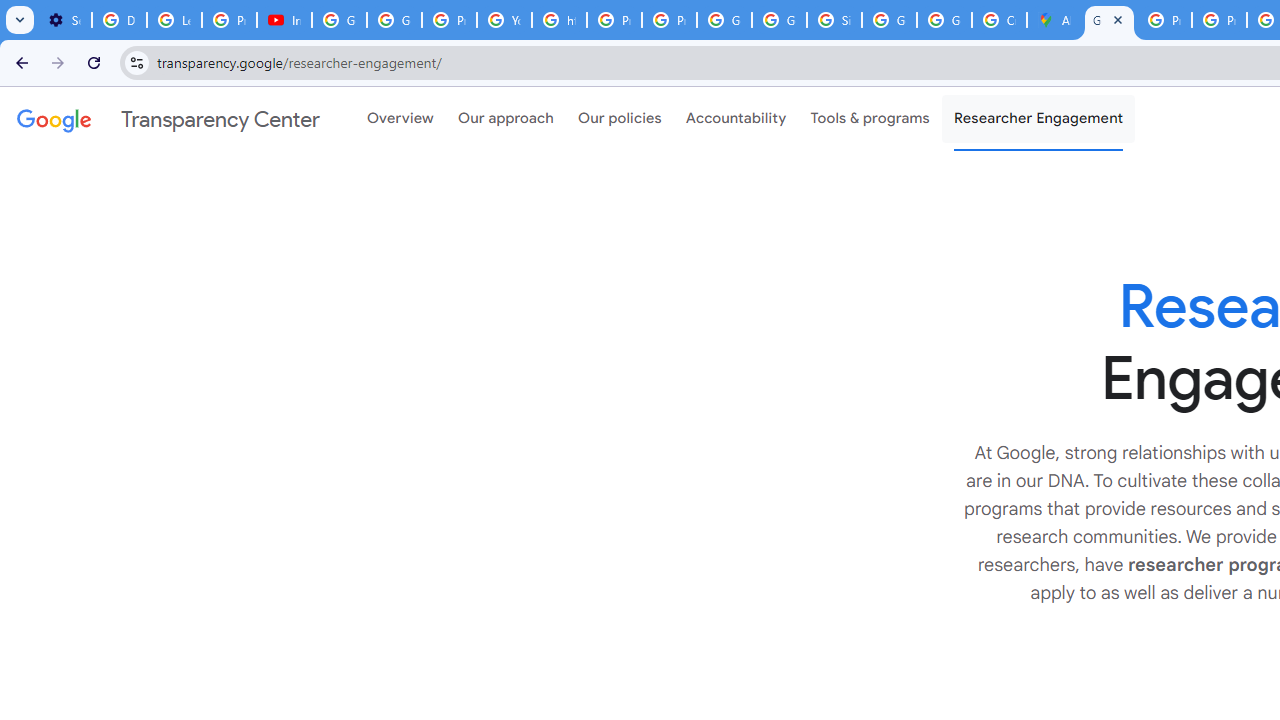  Describe the element at coordinates (619, 119) in the screenshot. I see `'Our policies'` at that location.